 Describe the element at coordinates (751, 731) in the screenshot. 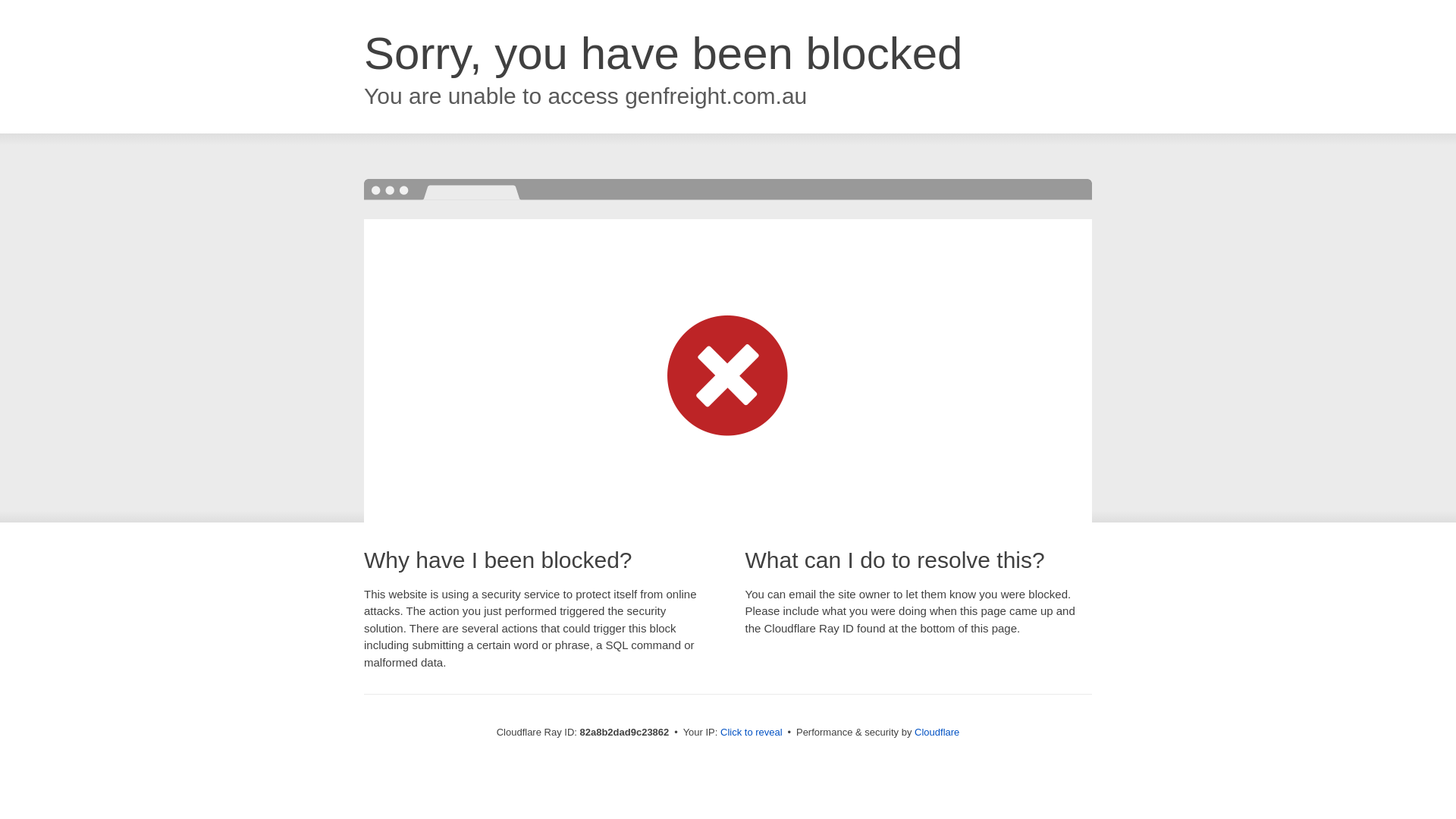

I see `'Click to reveal'` at that location.